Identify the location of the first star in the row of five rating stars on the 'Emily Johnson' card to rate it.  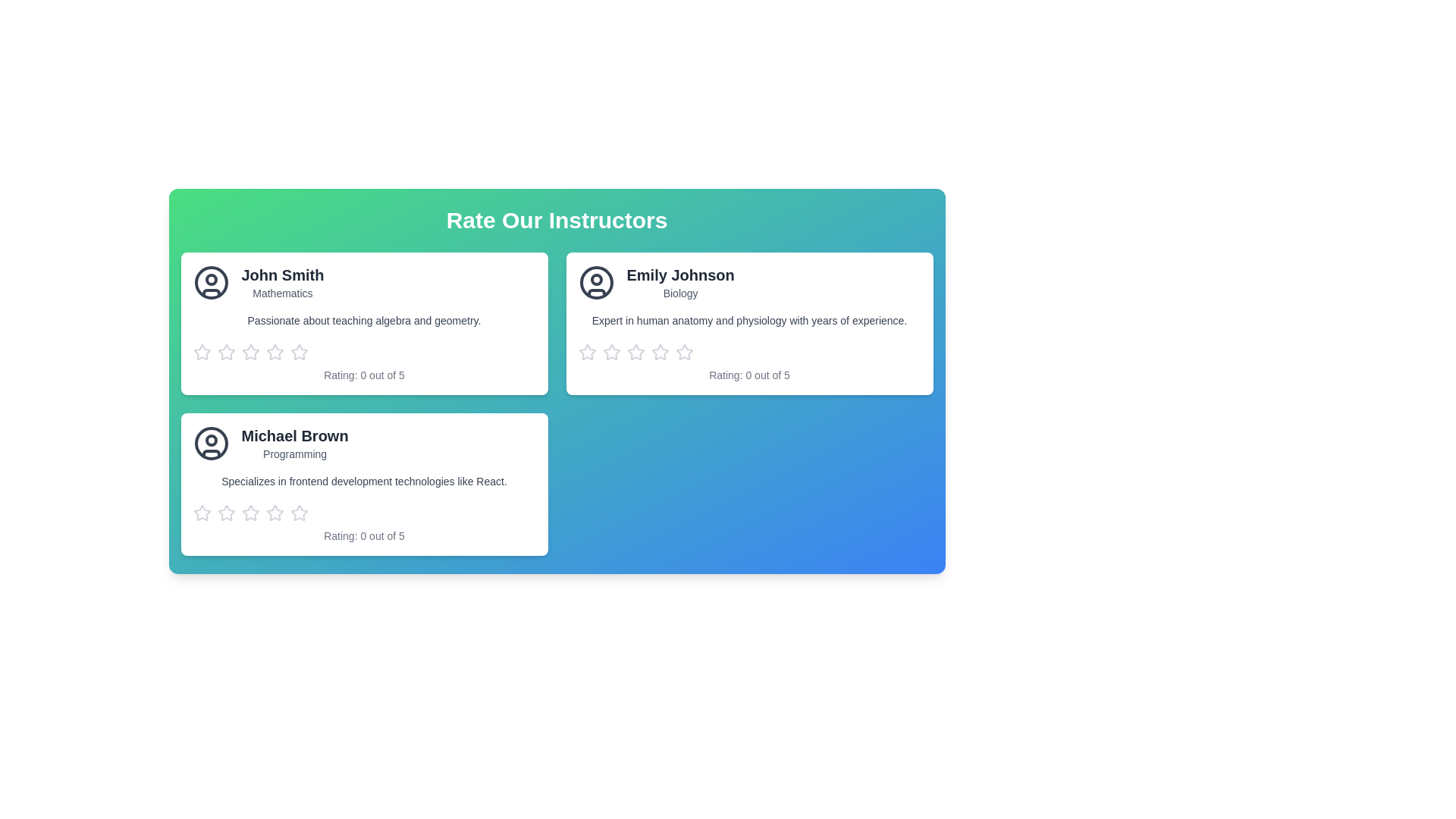
(611, 352).